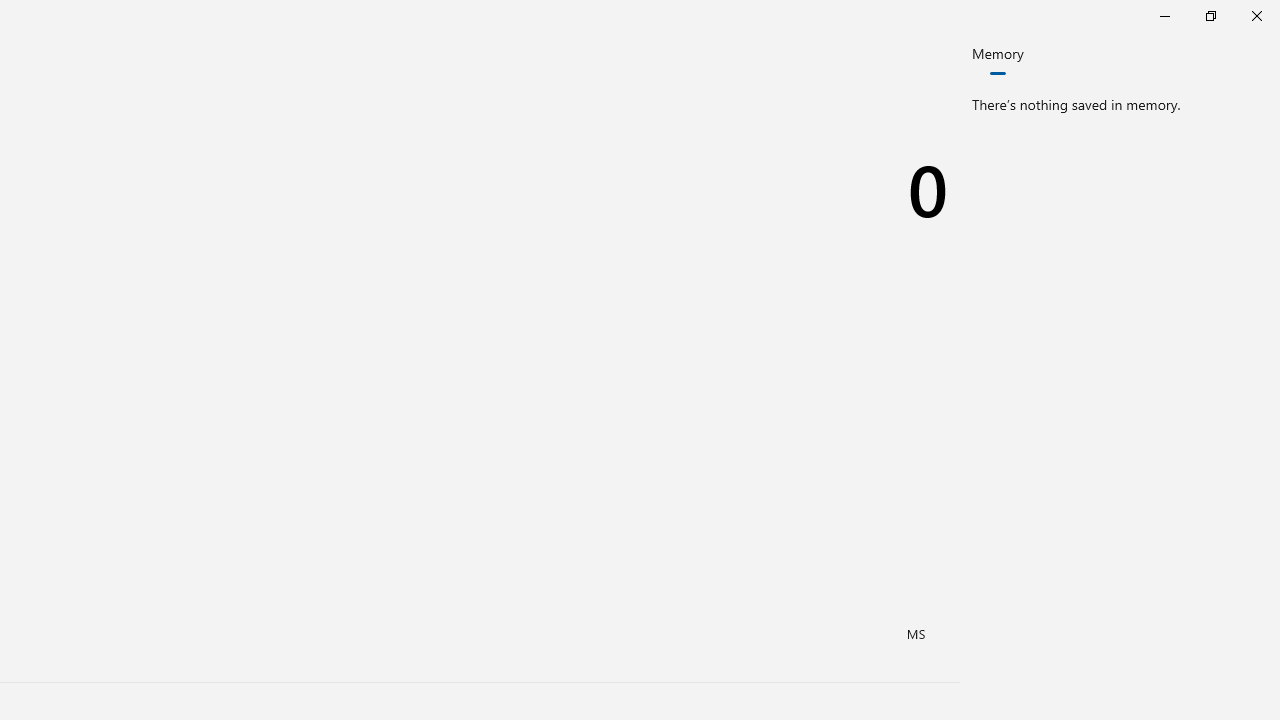 The image size is (1280, 720). Describe the element at coordinates (916, 635) in the screenshot. I see `'Memory store'` at that location.